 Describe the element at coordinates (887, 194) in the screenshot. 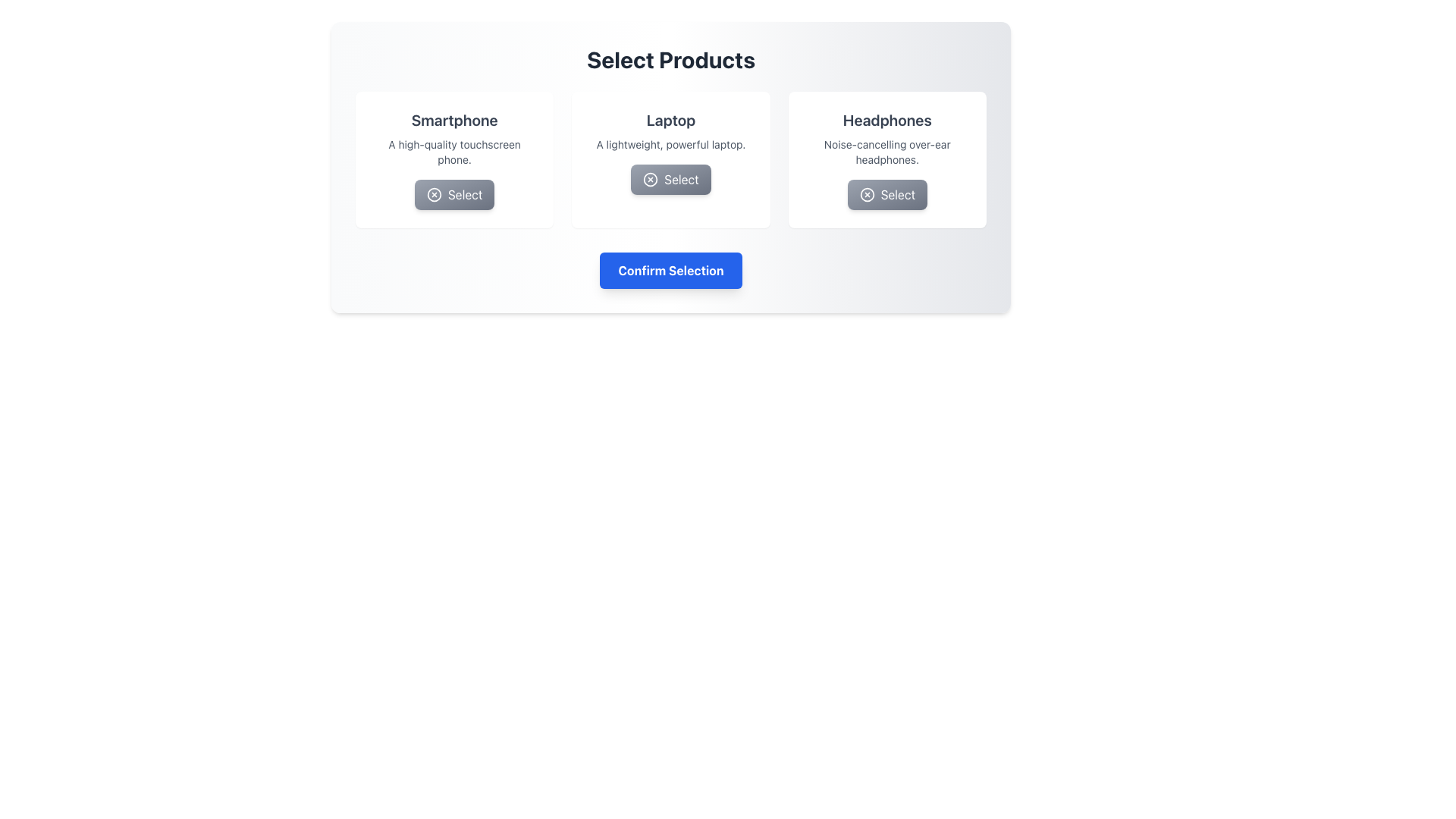

I see `the 'Headphones' selection button located centrally in the third product card under the 'Select Products' header` at that location.